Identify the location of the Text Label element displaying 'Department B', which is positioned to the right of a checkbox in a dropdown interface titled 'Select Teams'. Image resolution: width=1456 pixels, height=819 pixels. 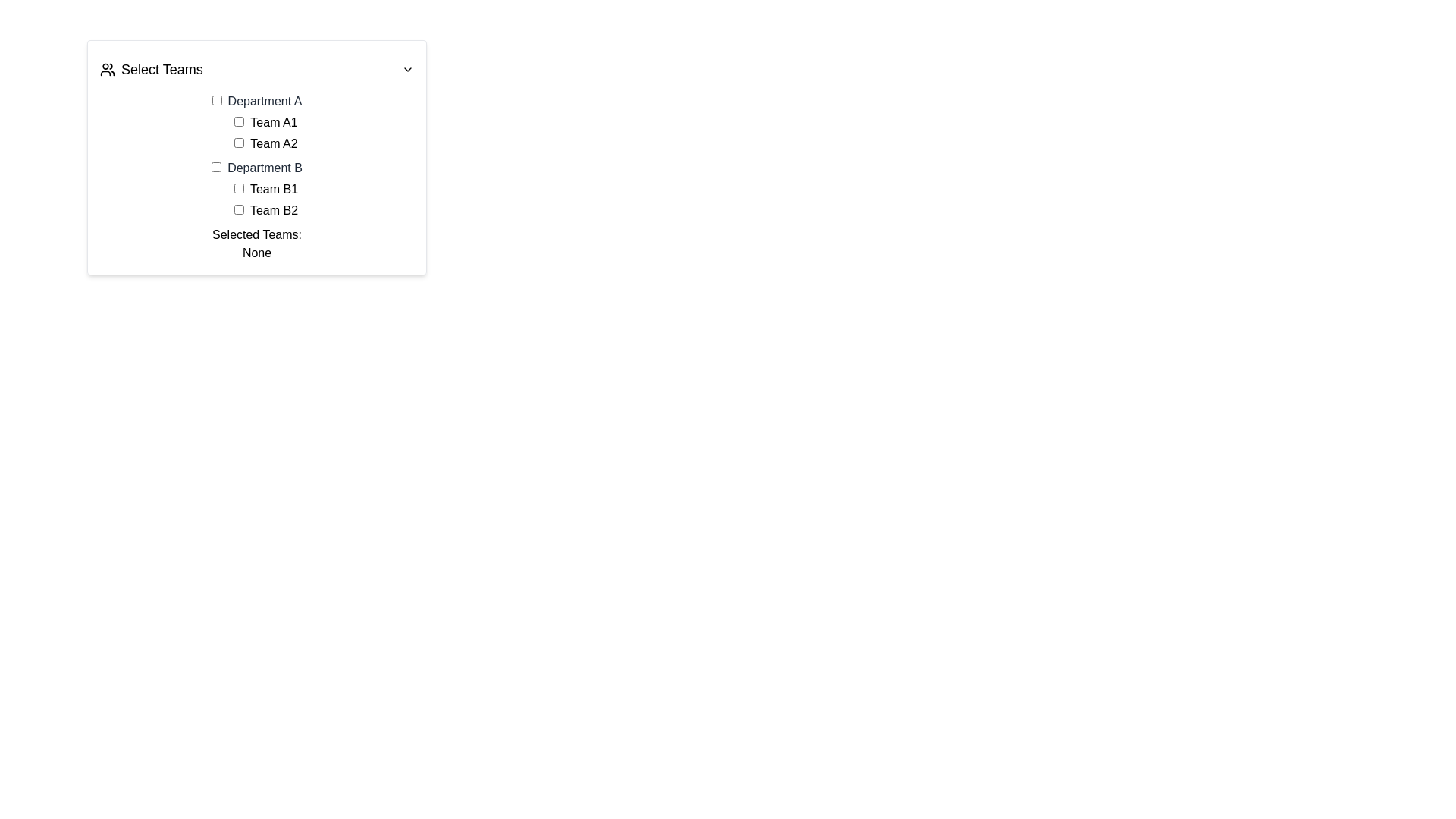
(265, 168).